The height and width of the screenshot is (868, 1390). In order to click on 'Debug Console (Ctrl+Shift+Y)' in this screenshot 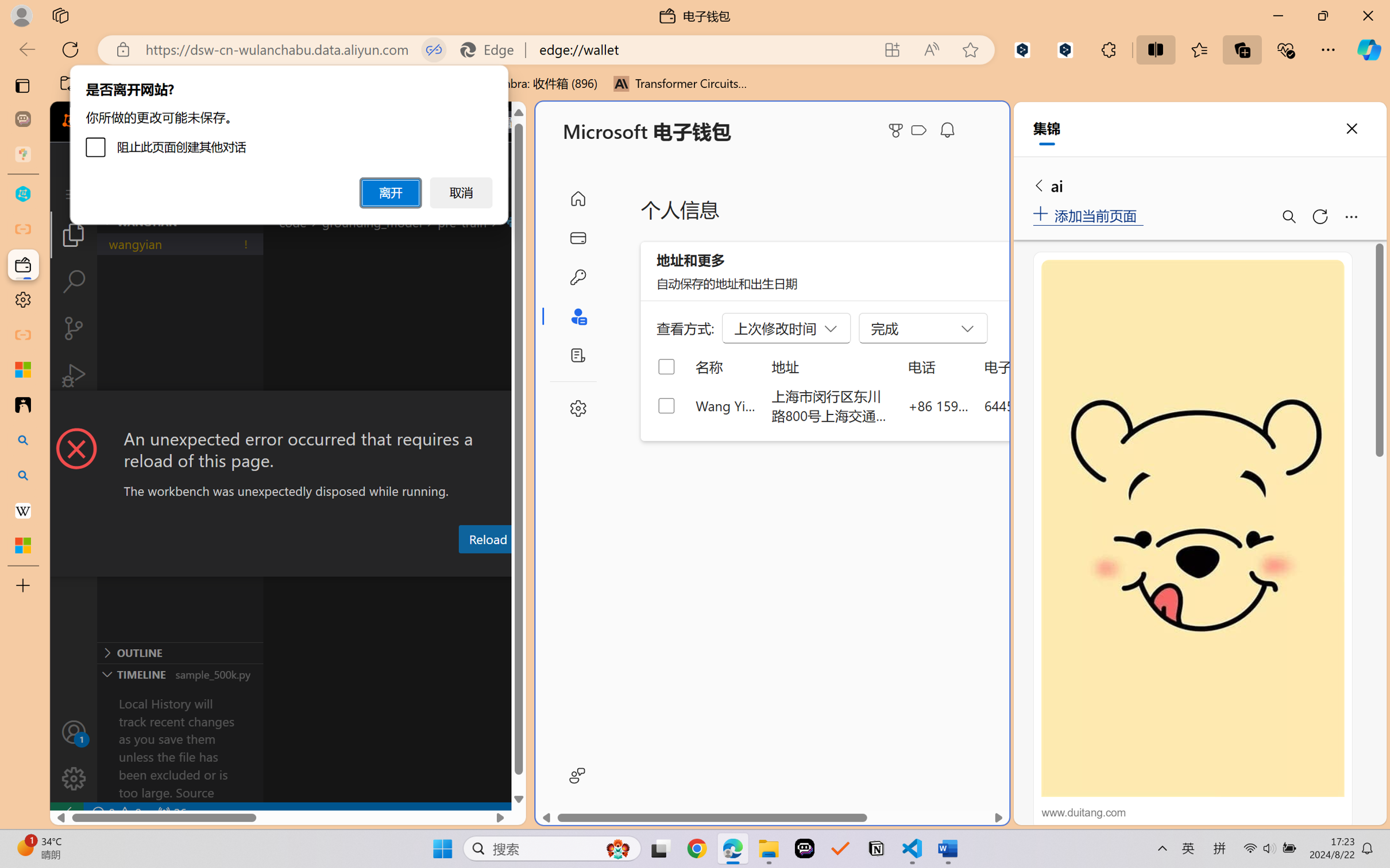, I will do `click(464, 566)`.